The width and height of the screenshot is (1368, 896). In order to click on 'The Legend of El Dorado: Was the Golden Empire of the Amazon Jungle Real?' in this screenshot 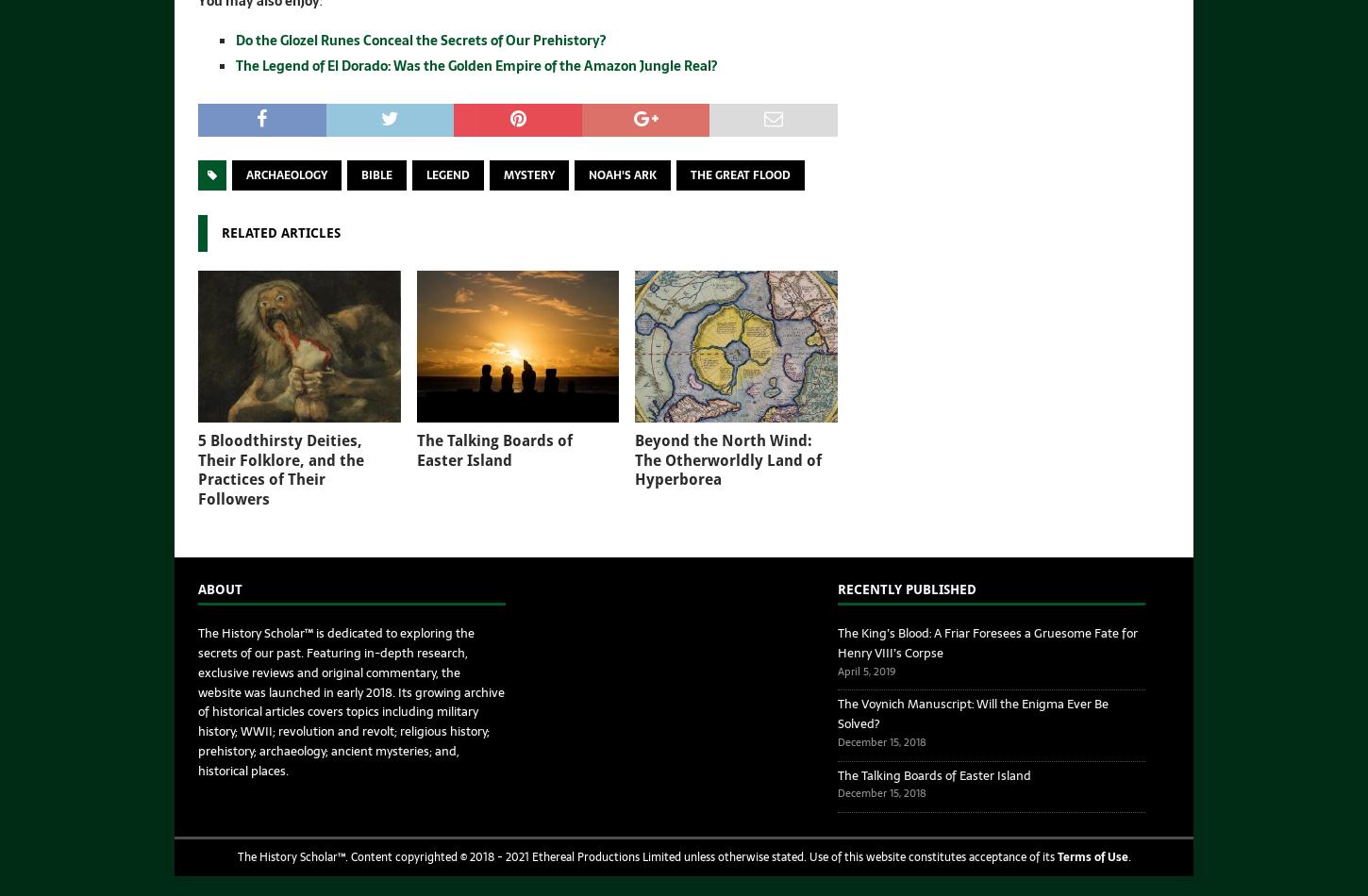, I will do `click(476, 66)`.